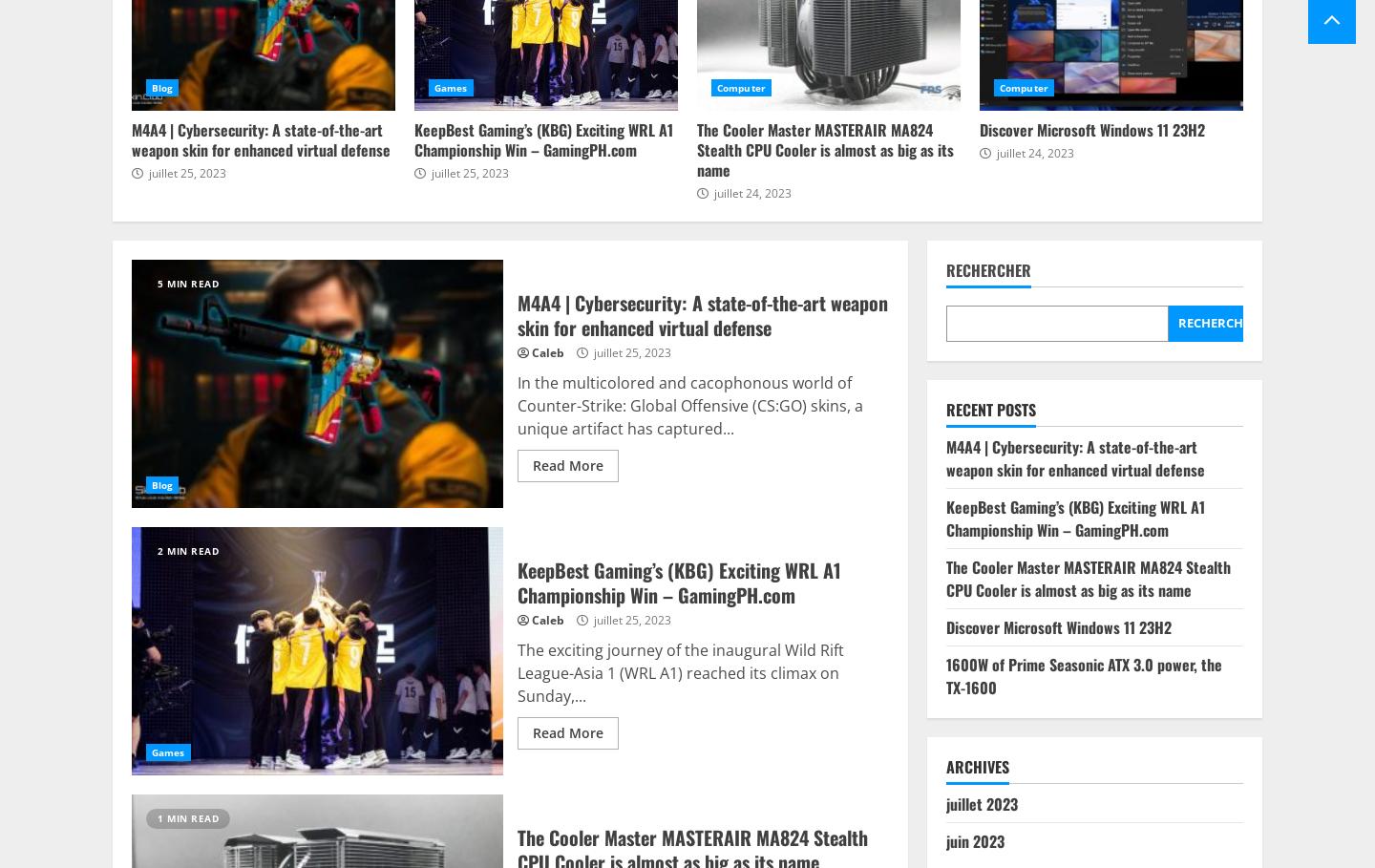 The width and height of the screenshot is (1375, 868). I want to click on 'juin 2023', so click(973, 841).